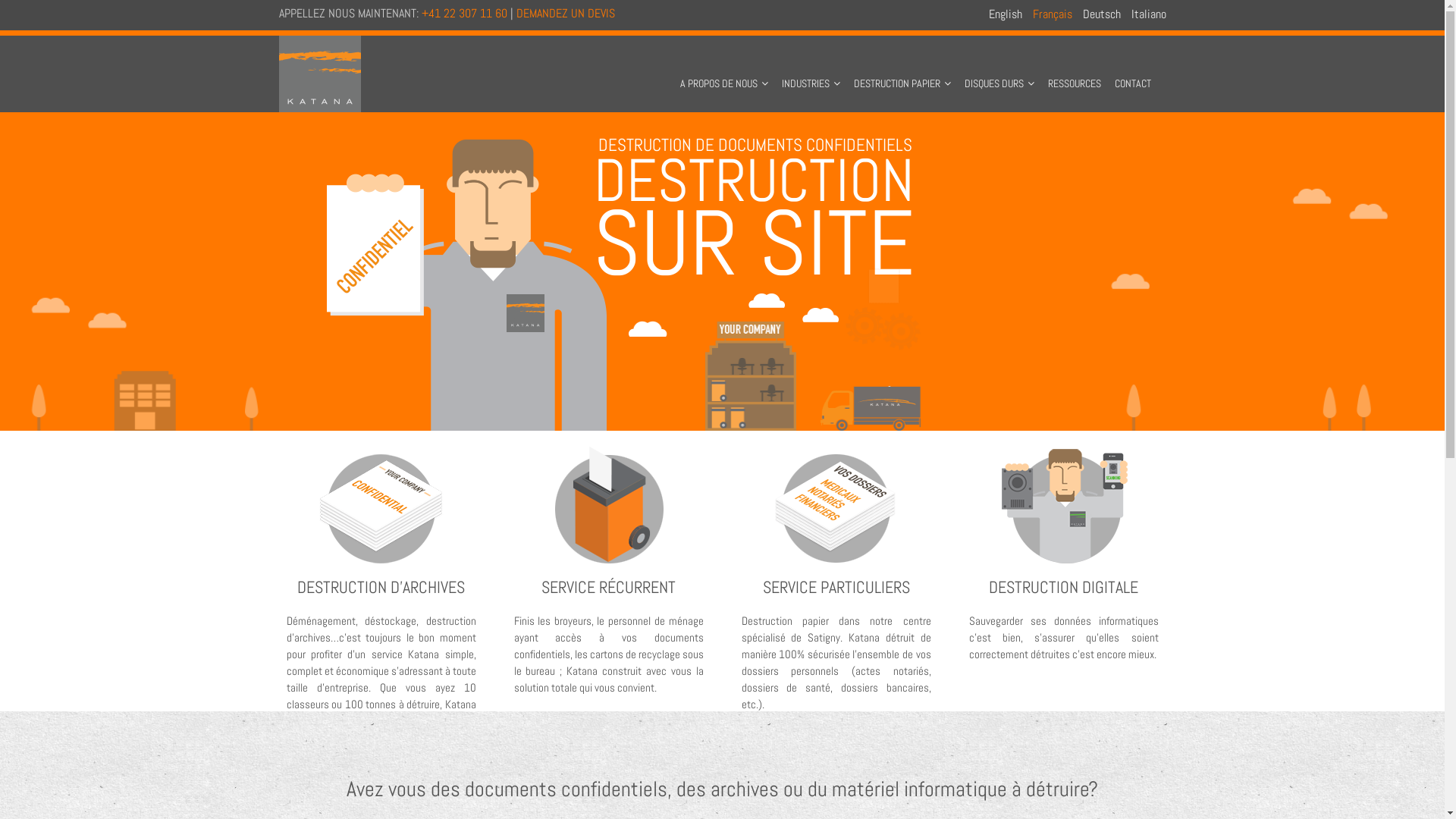  I want to click on 'English', so click(989, 14).